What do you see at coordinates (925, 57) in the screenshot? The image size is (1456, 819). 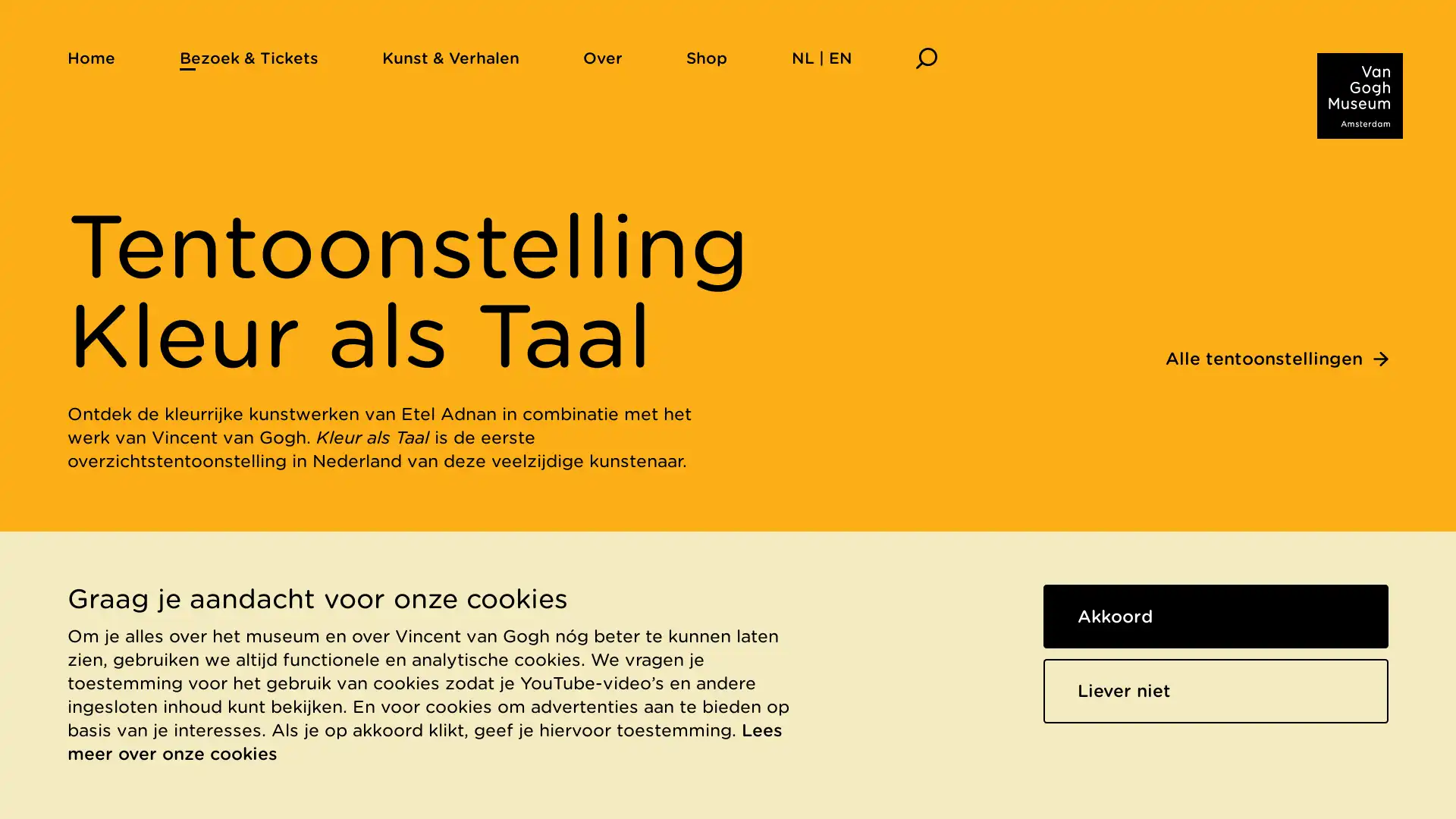 I see `Zoeken` at bounding box center [925, 57].